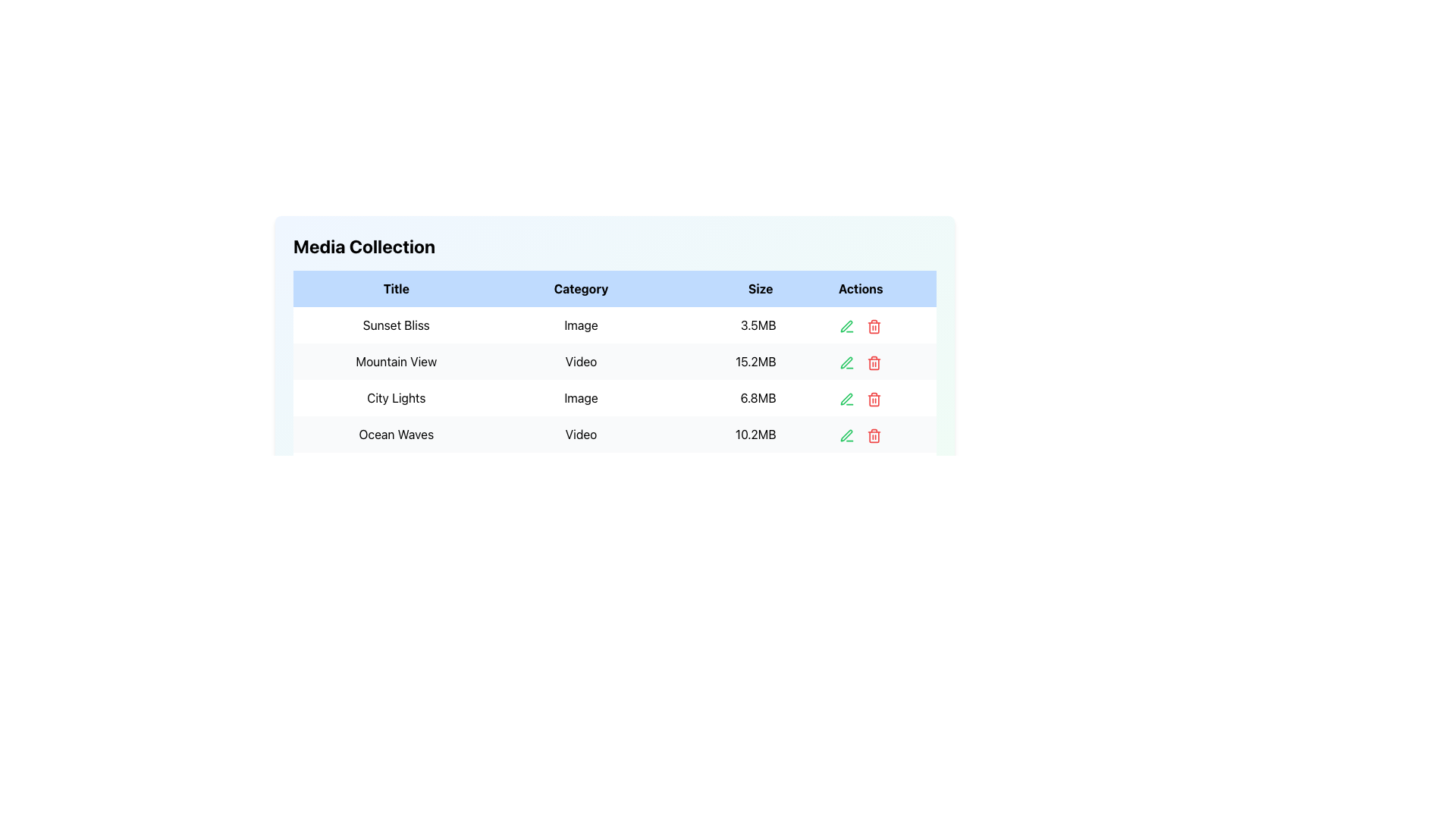 Image resolution: width=1456 pixels, height=819 pixels. I want to click on the second row of the media items table, which displays metadata for the media item, to view its details, so click(615, 362).